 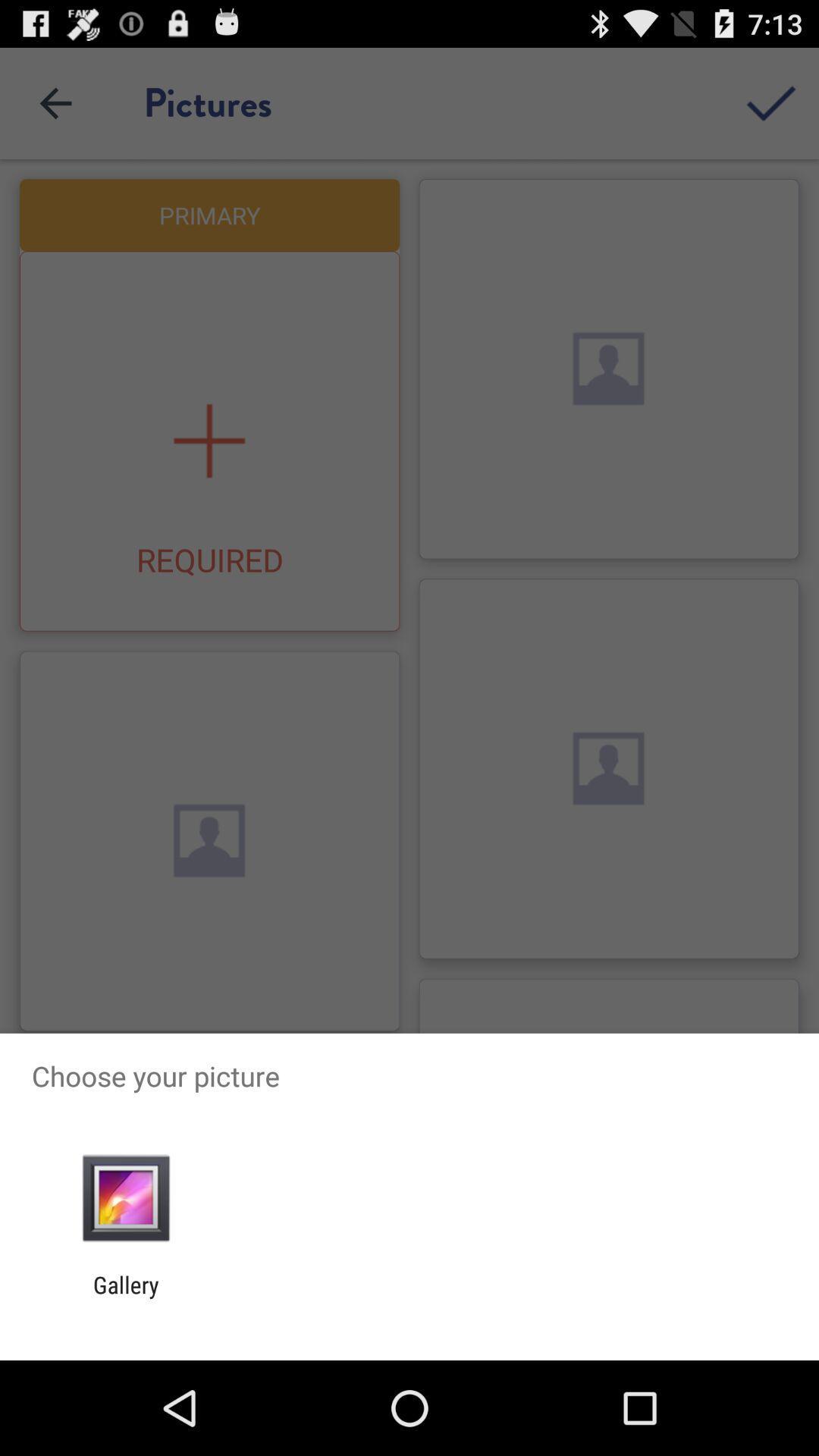 What do you see at coordinates (125, 1298) in the screenshot?
I see `gallery` at bounding box center [125, 1298].